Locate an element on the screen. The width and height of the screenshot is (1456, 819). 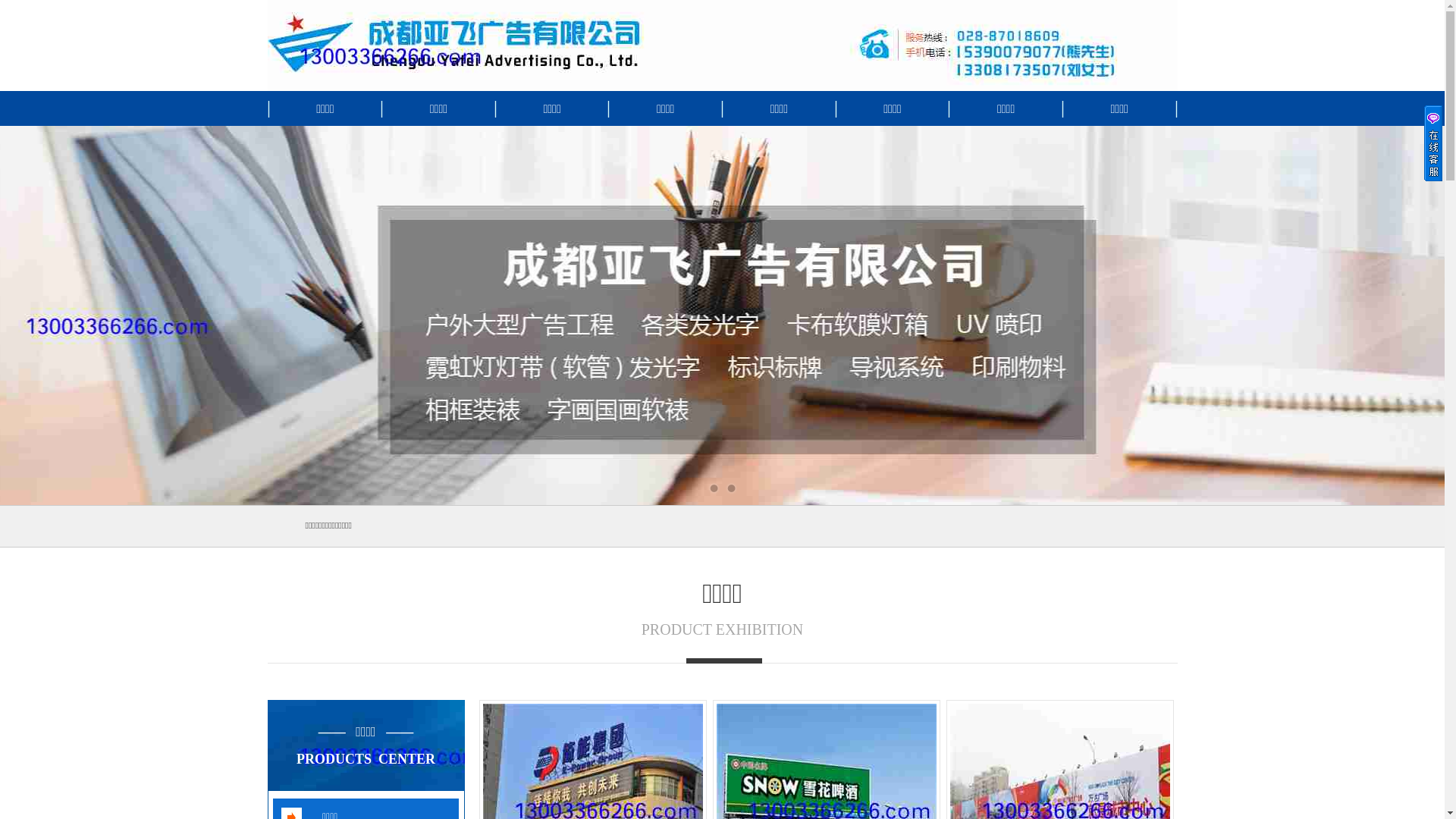
'1' is located at coordinates (706, 488).